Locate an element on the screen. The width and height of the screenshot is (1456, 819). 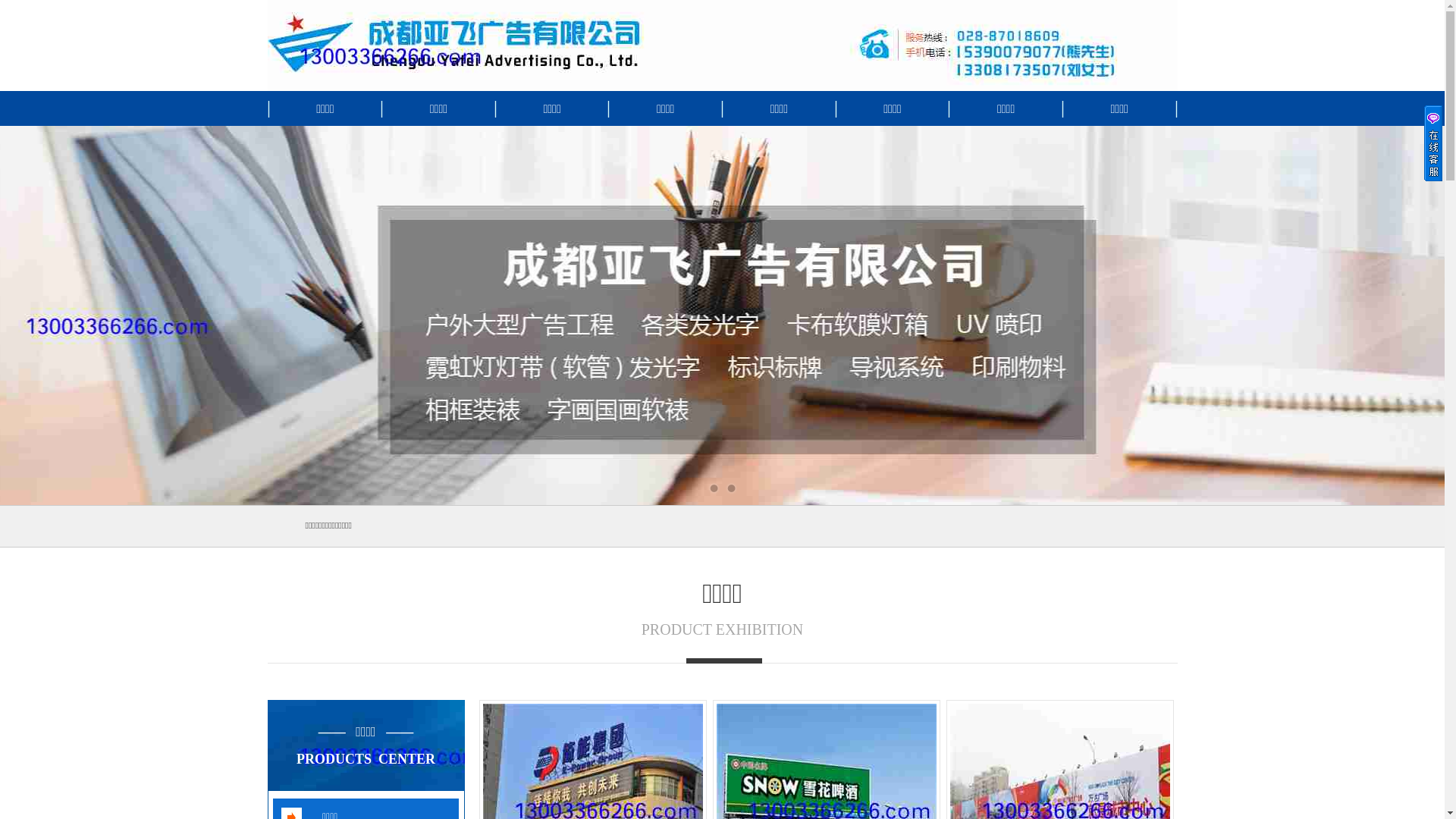
'1' is located at coordinates (706, 488).